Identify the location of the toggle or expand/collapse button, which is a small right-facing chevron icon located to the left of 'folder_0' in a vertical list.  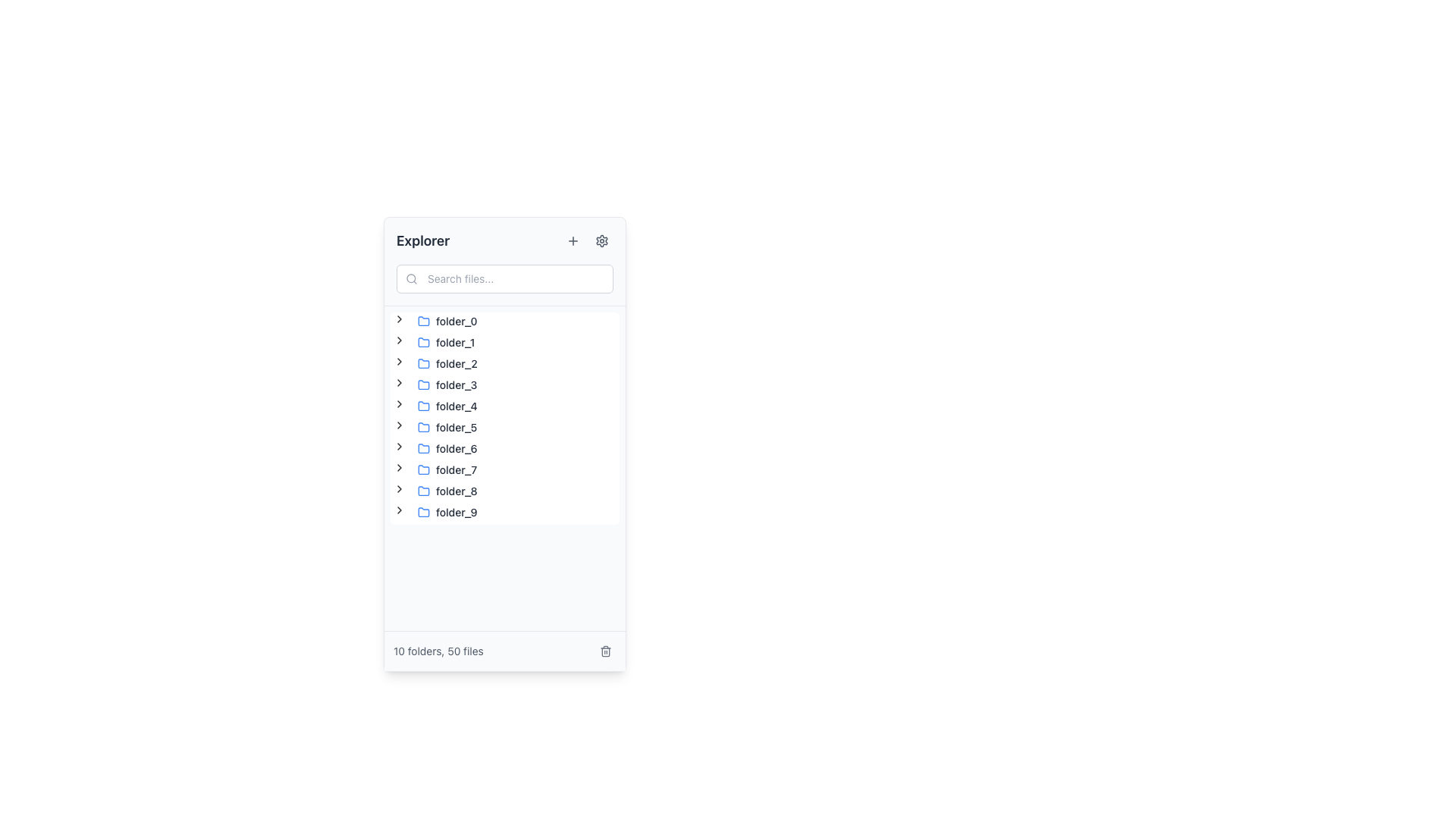
(400, 321).